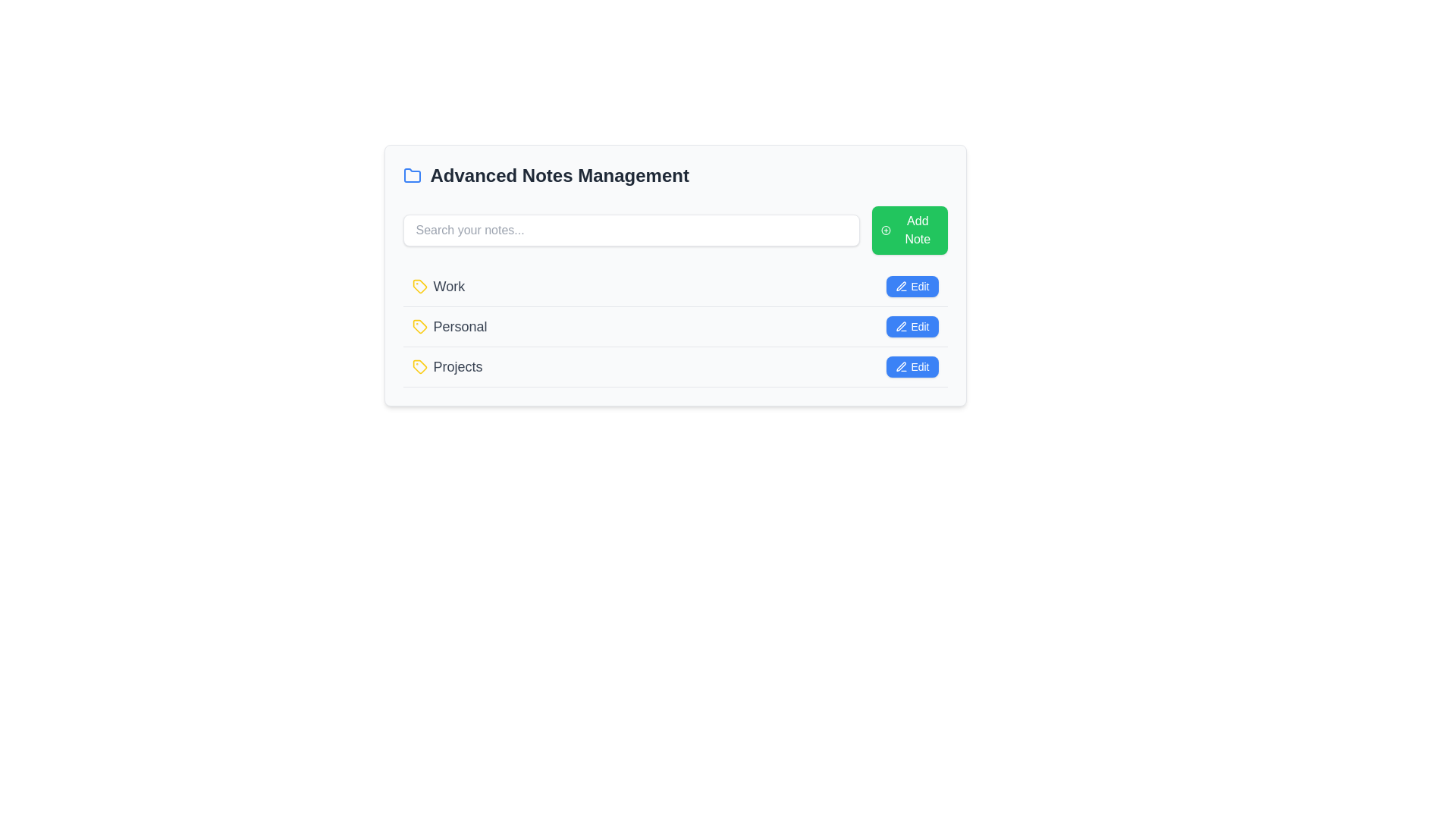 The width and height of the screenshot is (1456, 819). Describe the element at coordinates (412, 174) in the screenshot. I see `the folder icon with a blue outline and white background, located in the header section, to the left of the text 'Advanced Notes Management'` at that location.